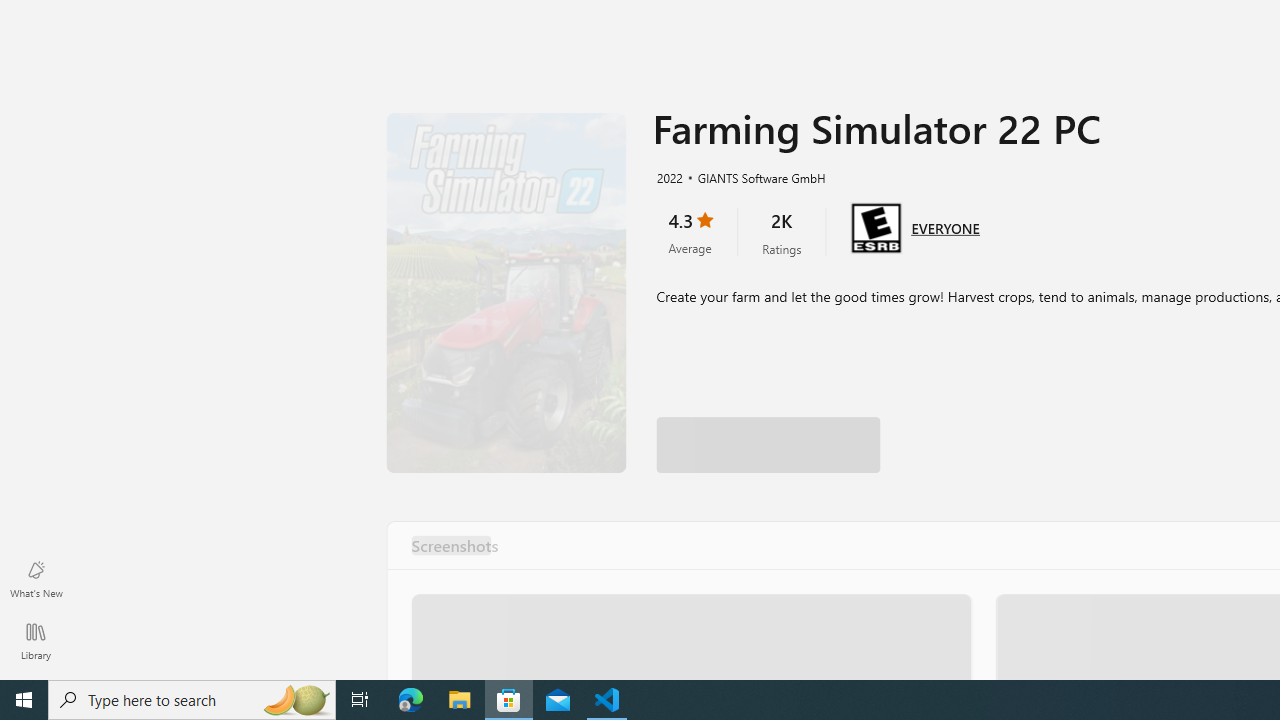  Describe the element at coordinates (752, 176) in the screenshot. I see `'GIANTS Software GmbH'` at that location.